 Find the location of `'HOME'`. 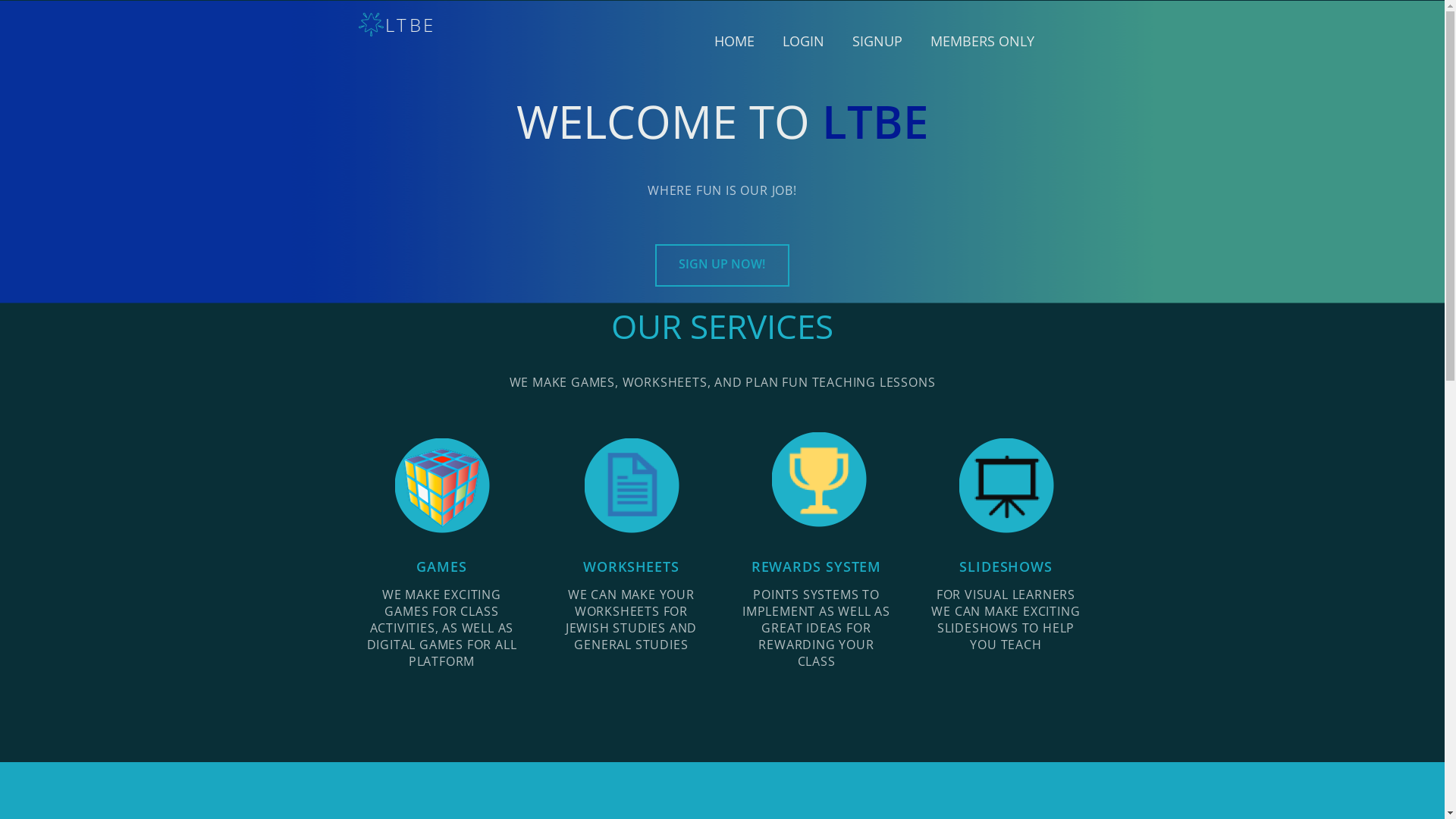

'HOME' is located at coordinates (734, 40).